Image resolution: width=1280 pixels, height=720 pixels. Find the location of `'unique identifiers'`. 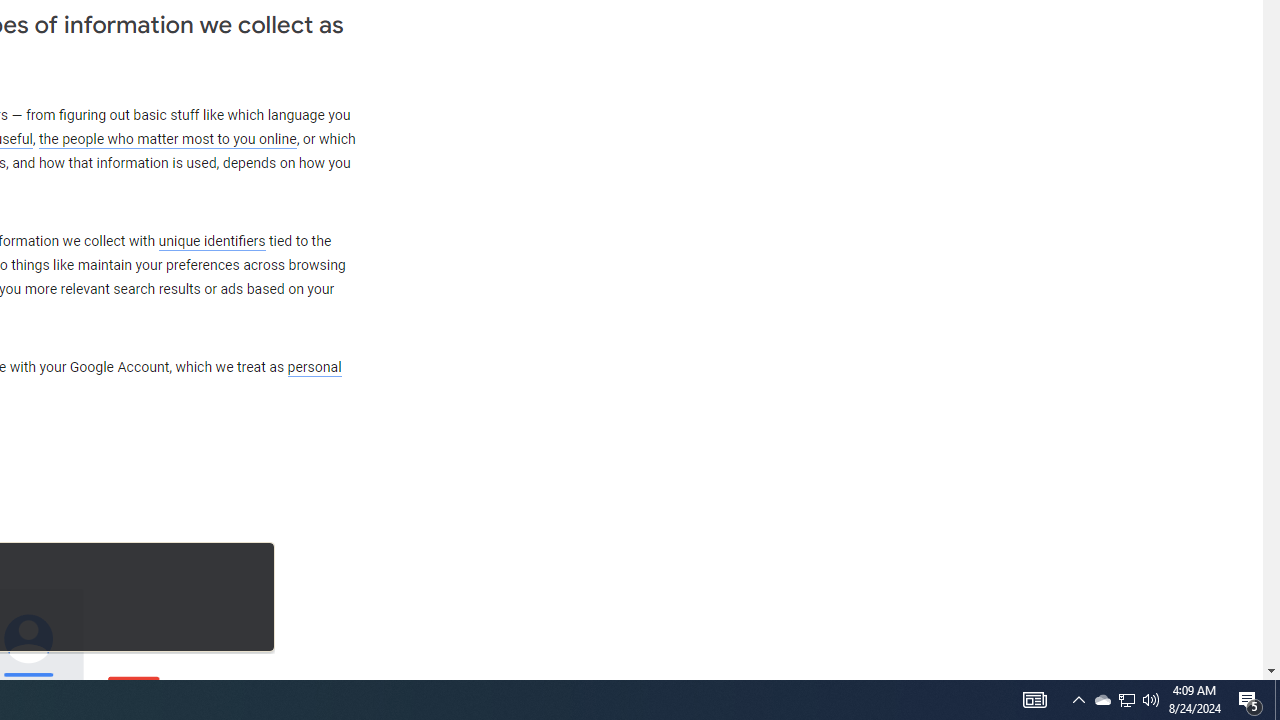

'unique identifiers' is located at coordinates (211, 240).